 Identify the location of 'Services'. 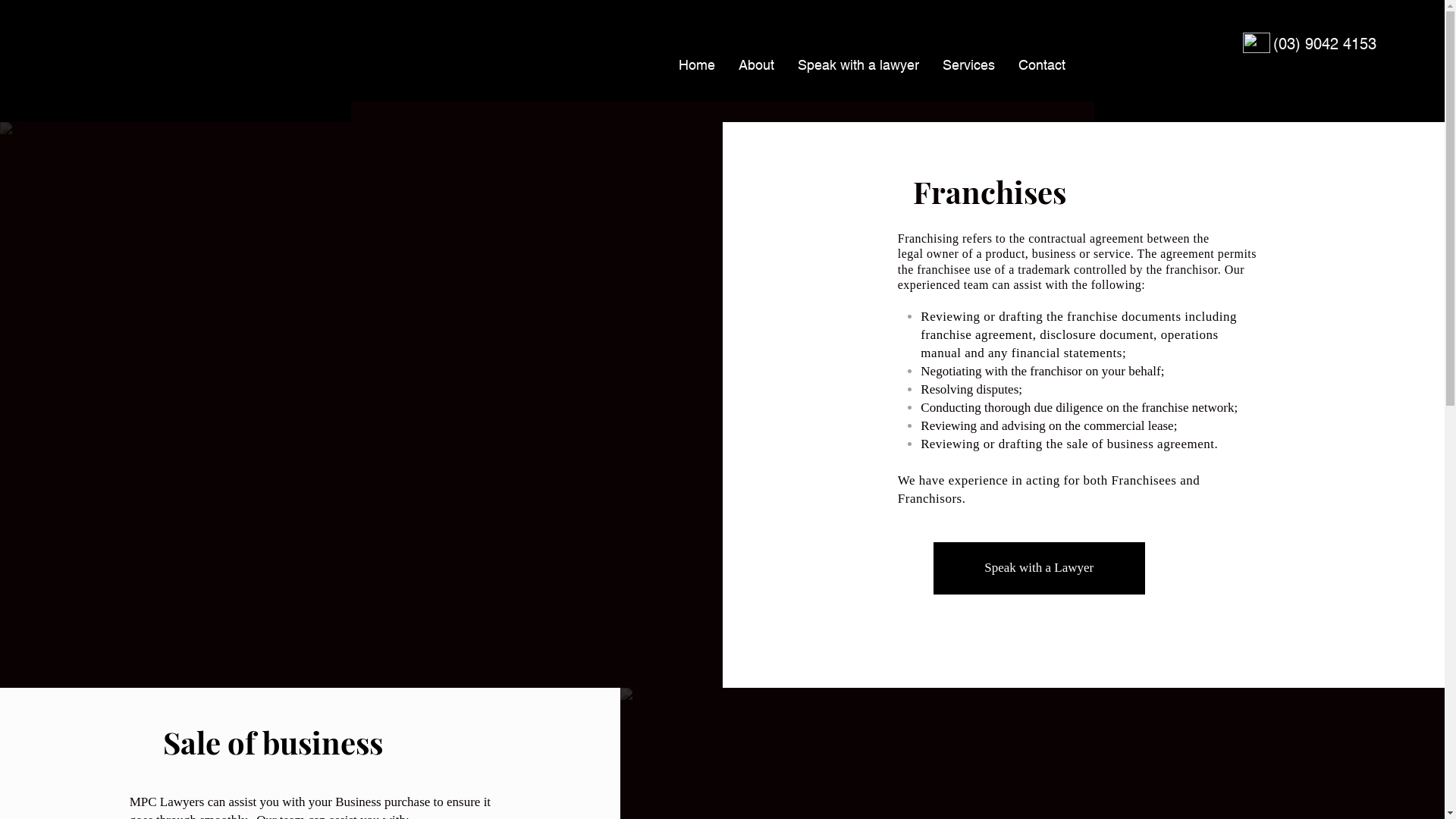
(967, 64).